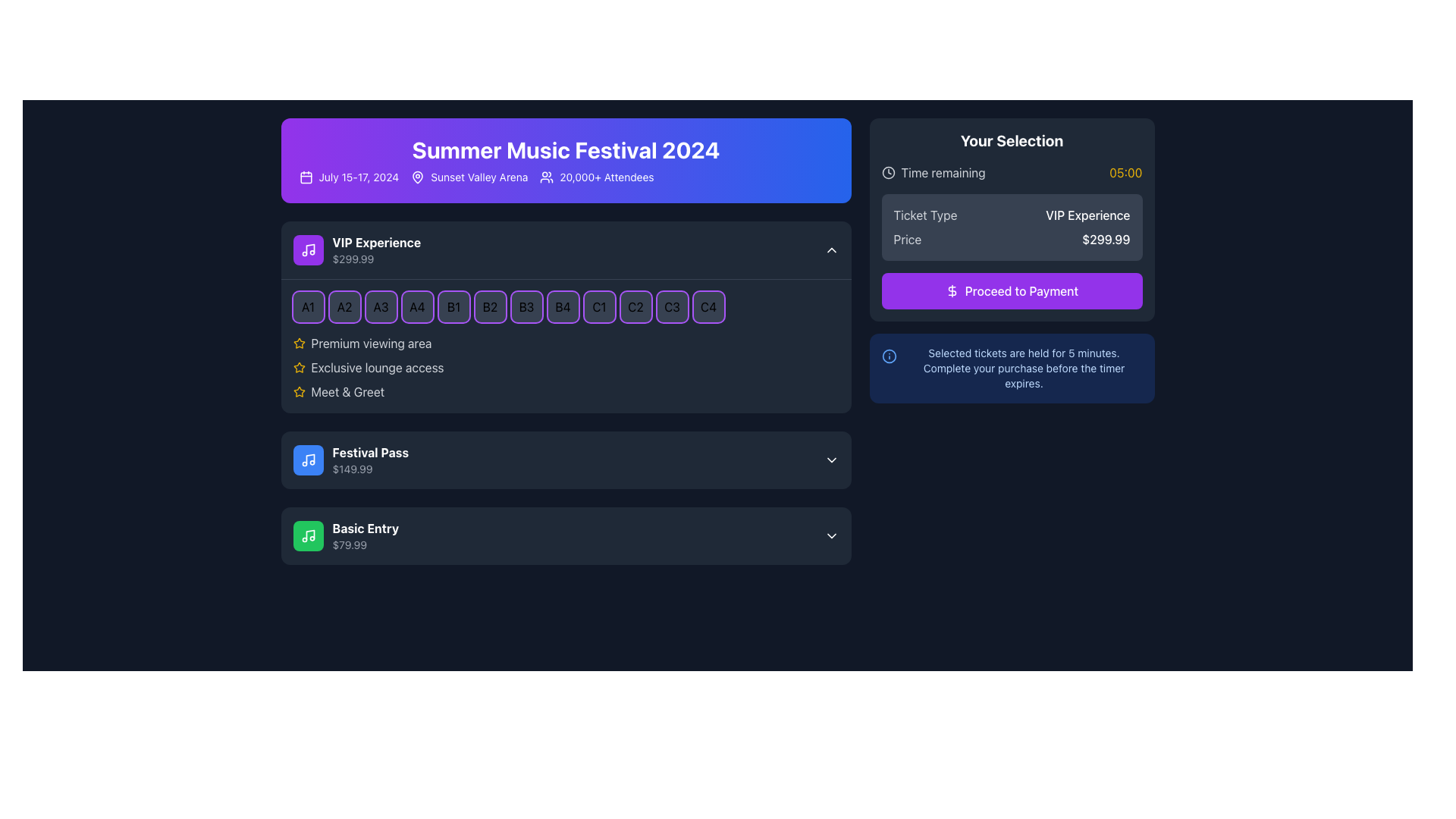 The height and width of the screenshot is (819, 1456). Describe the element at coordinates (933, 171) in the screenshot. I see `the Text label with an icon that indicates the remaining time for the current selection, located in the upper portion of the 'Your Selection' section, to the left of the countdown timer displaying '05:00'` at that location.